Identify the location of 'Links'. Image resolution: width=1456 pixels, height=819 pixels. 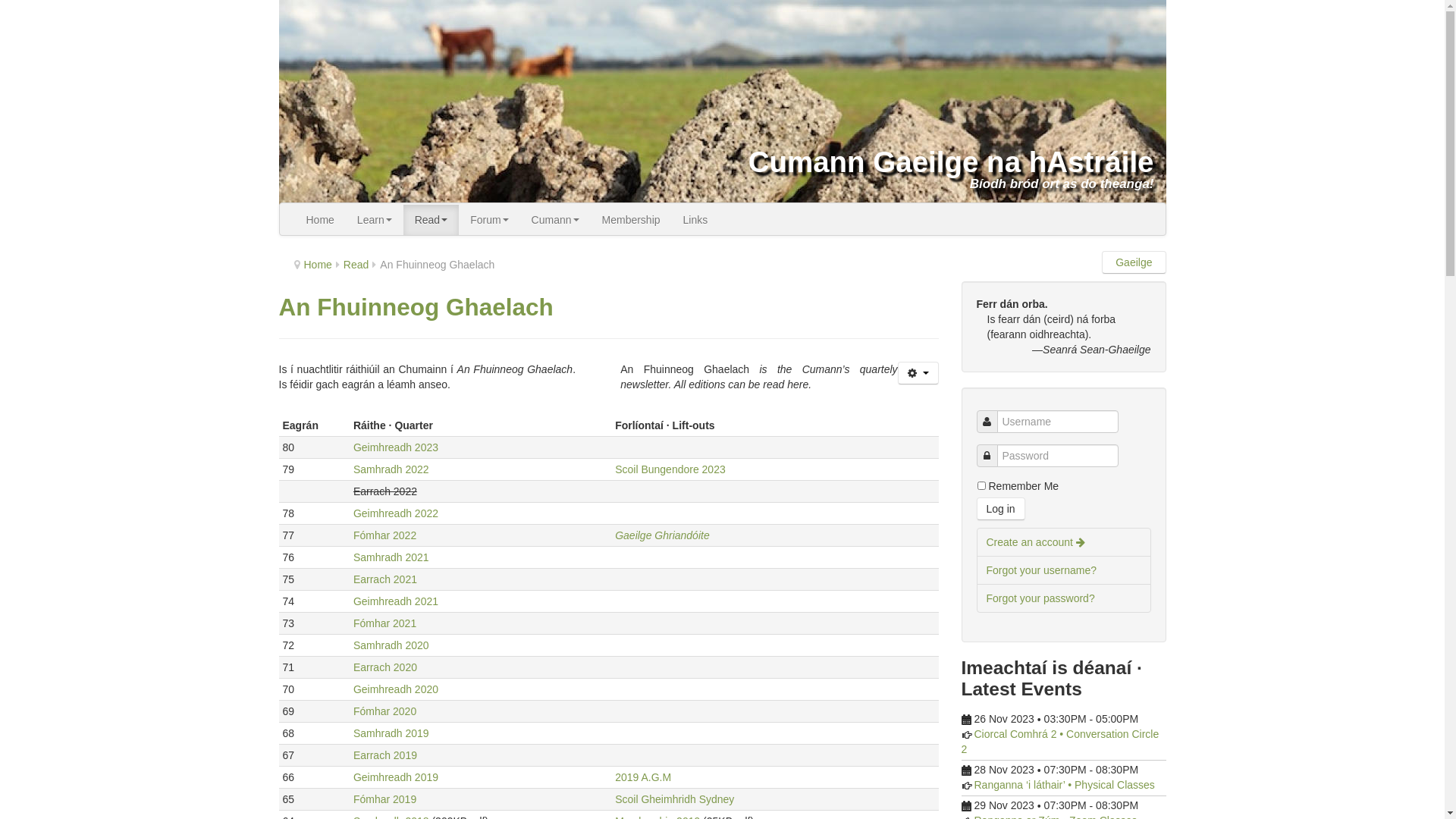
(695, 219).